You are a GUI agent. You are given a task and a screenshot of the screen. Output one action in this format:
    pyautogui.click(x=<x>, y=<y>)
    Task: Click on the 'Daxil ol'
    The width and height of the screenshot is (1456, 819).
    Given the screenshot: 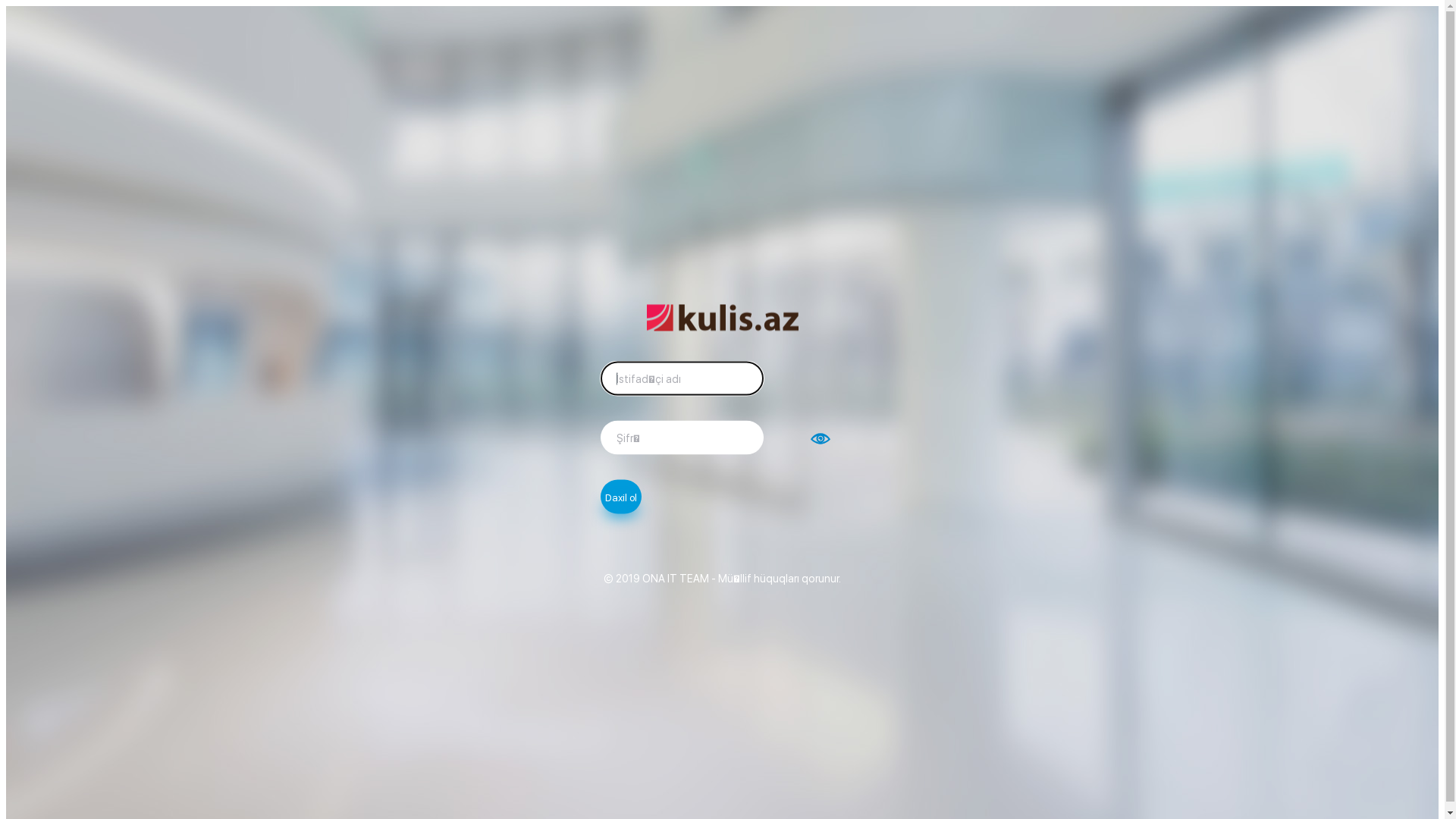 What is the action you would take?
    pyautogui.click(x=621, y=496)
    